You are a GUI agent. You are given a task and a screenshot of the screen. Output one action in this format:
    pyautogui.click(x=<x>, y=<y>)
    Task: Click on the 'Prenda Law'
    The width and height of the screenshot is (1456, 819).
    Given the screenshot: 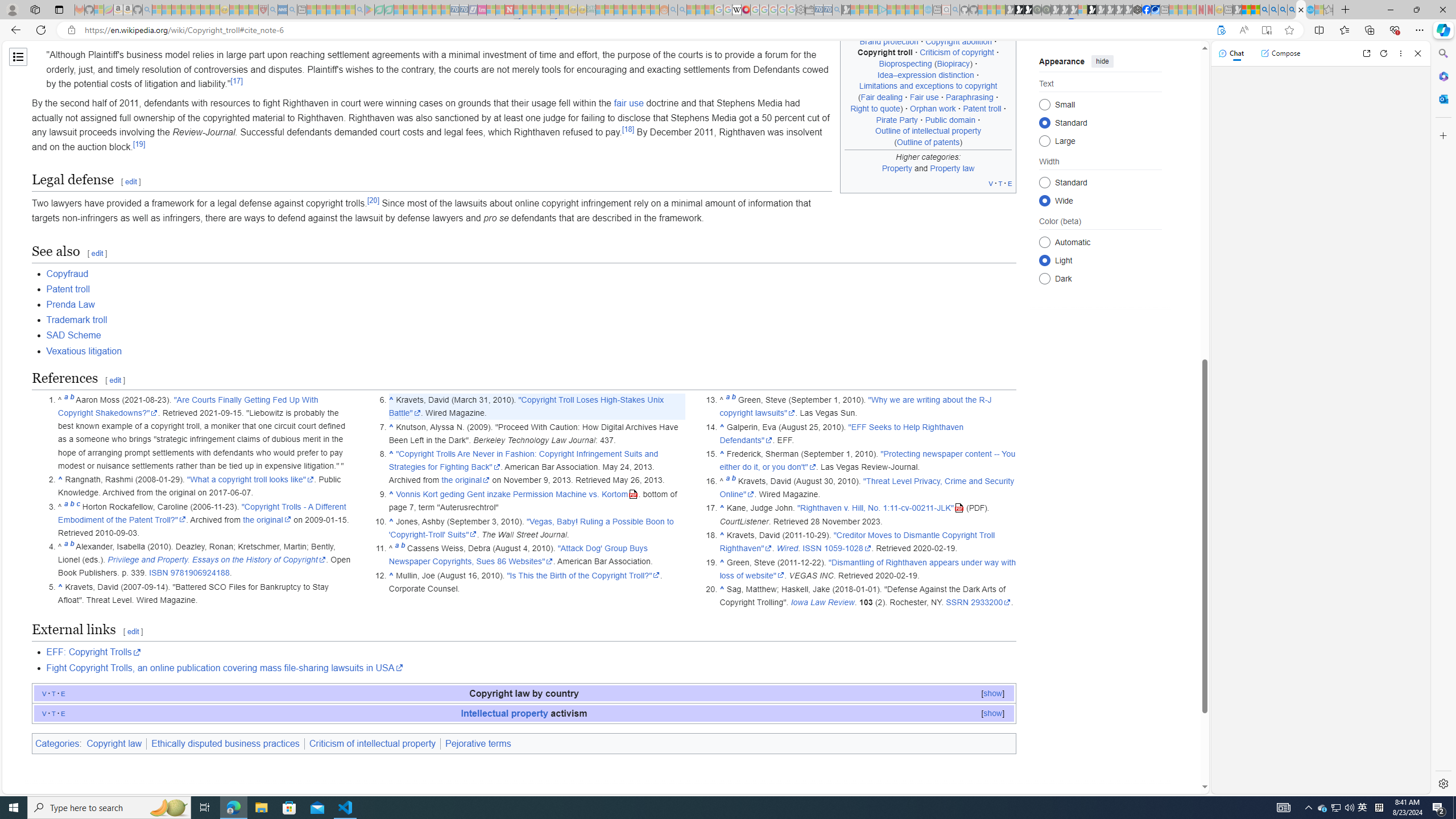 What is the action you would take?
    pyautogui.click(x=70, y=304)
    